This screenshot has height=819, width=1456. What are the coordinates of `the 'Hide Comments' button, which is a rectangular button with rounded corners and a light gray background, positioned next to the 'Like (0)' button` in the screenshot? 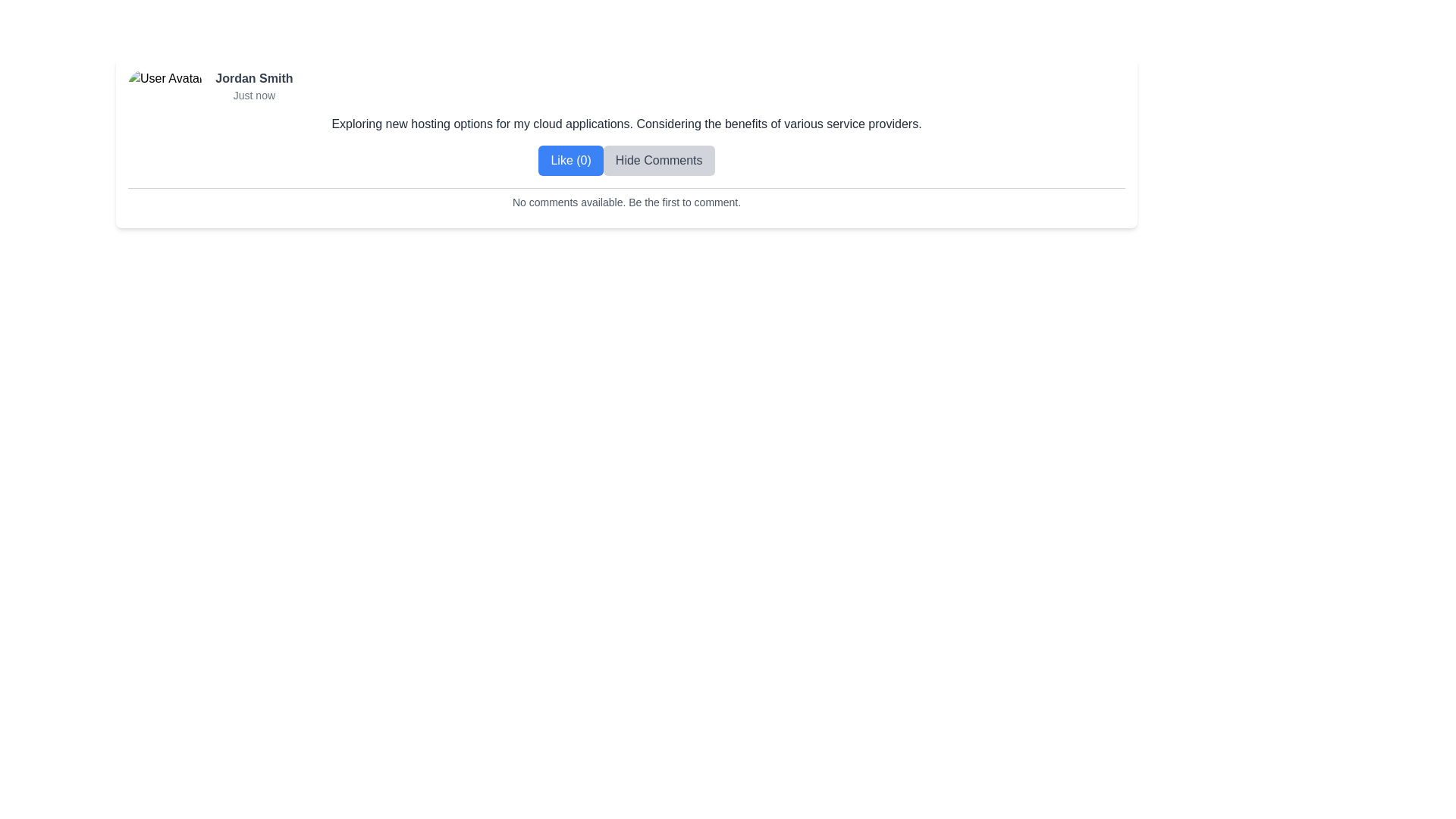 It's located at (659, 161).